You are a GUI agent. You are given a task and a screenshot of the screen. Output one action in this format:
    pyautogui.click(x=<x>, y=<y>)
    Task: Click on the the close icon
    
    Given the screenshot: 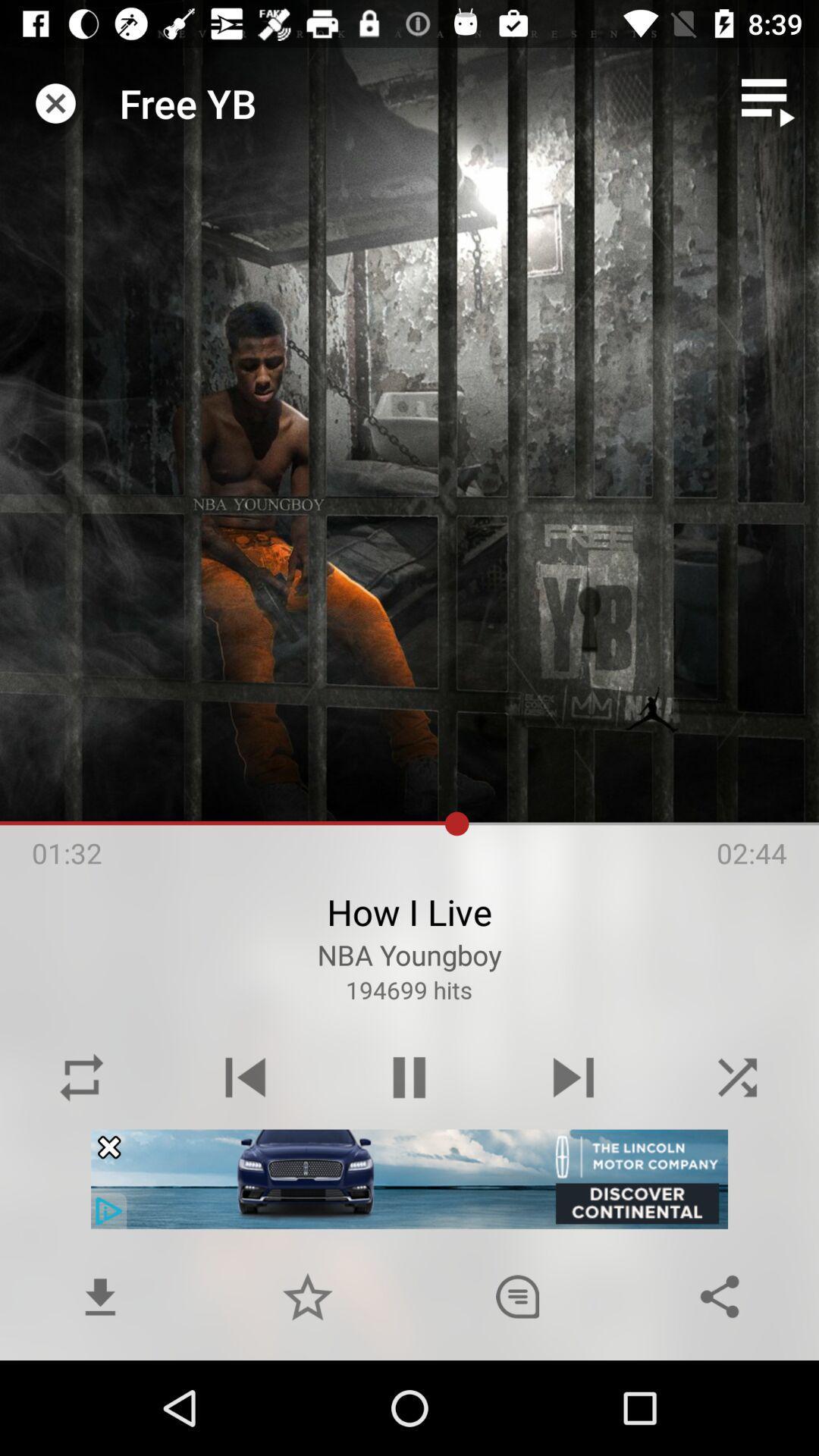 What is the action you would take?
    pyautogui.click(x=736, y=1077)
    